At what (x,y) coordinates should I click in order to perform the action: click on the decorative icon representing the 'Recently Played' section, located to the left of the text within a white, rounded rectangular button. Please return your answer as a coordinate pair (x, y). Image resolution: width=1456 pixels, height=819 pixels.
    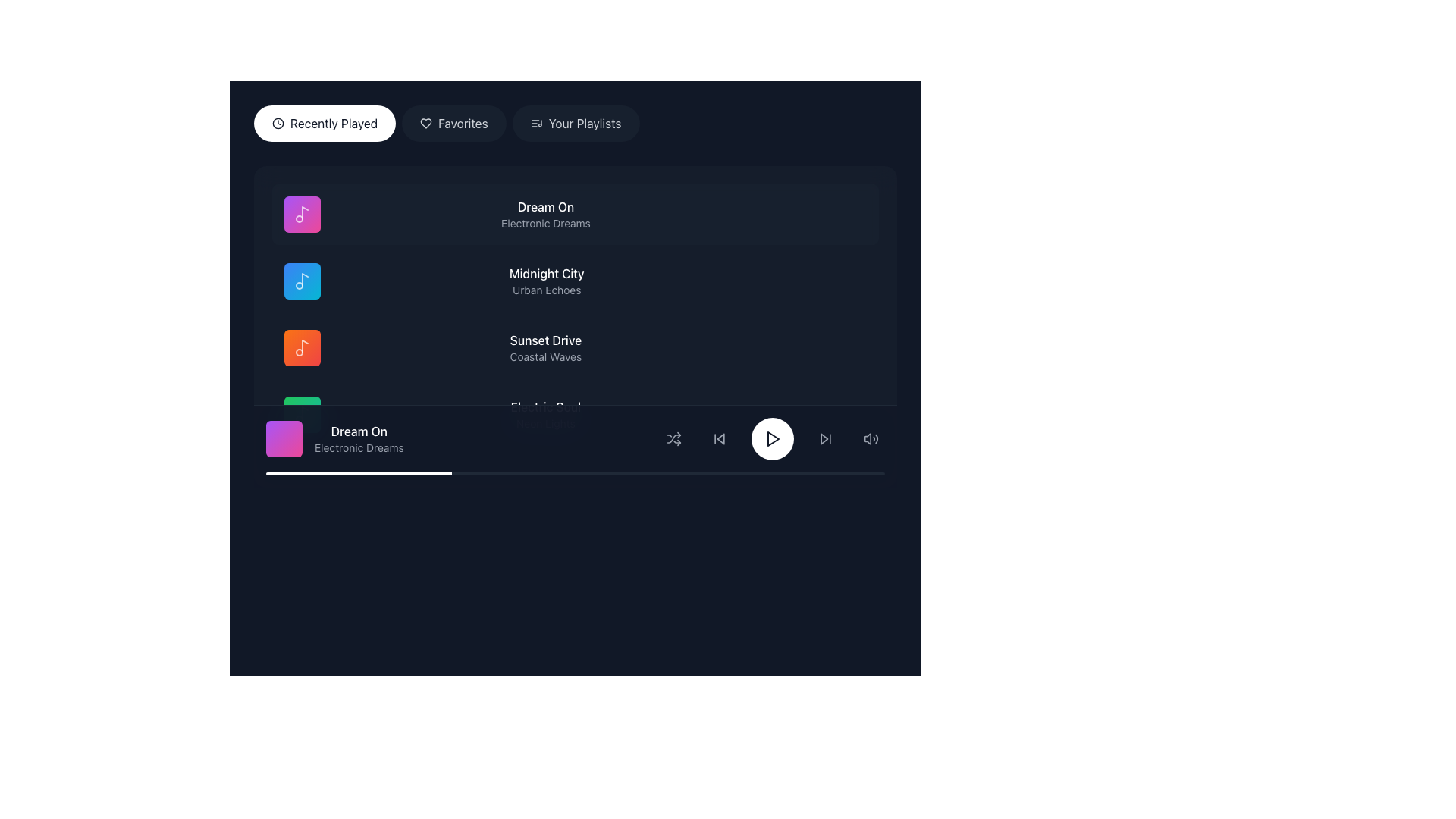
    Looking at the image, I should click on (278, 122).